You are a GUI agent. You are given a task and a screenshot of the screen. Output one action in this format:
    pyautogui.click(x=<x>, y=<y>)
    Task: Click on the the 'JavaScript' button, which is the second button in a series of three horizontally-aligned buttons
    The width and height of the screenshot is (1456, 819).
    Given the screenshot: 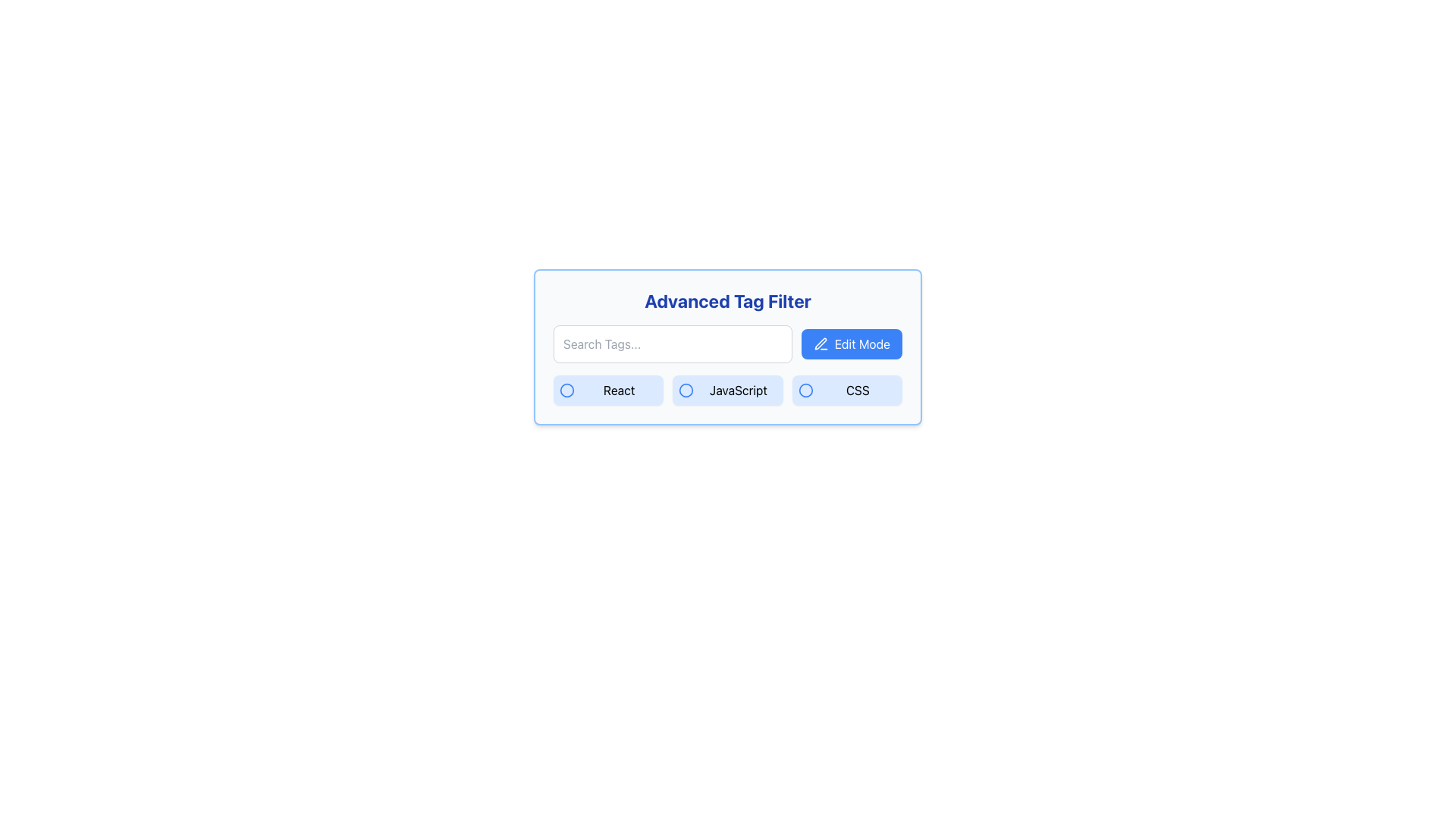 What is the action you would take?
    pyautogui.click(x=728, y=390)
    